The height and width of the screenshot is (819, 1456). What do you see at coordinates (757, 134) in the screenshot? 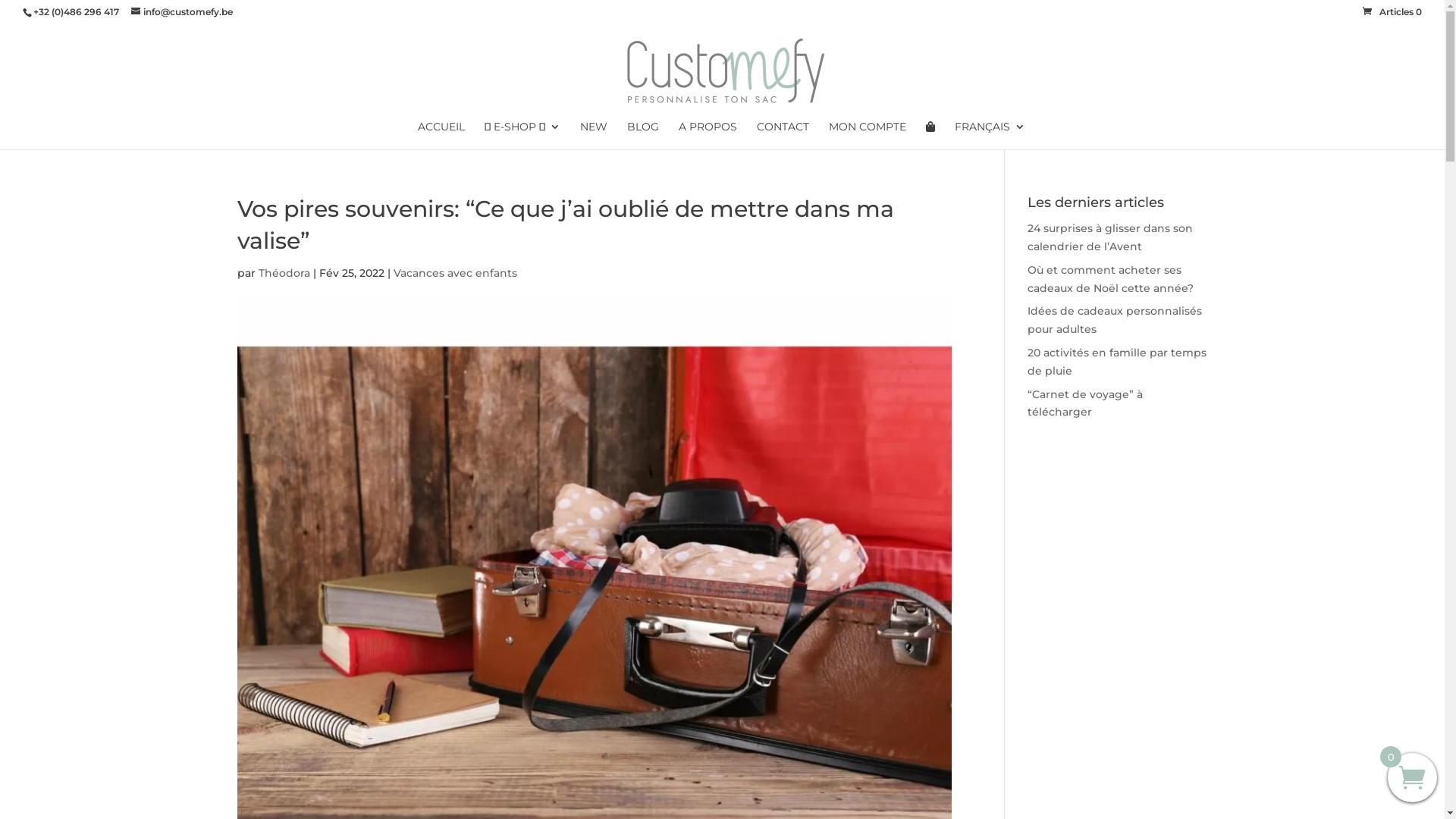
I see `'CONTACT'` at bounding box center [757, 134].